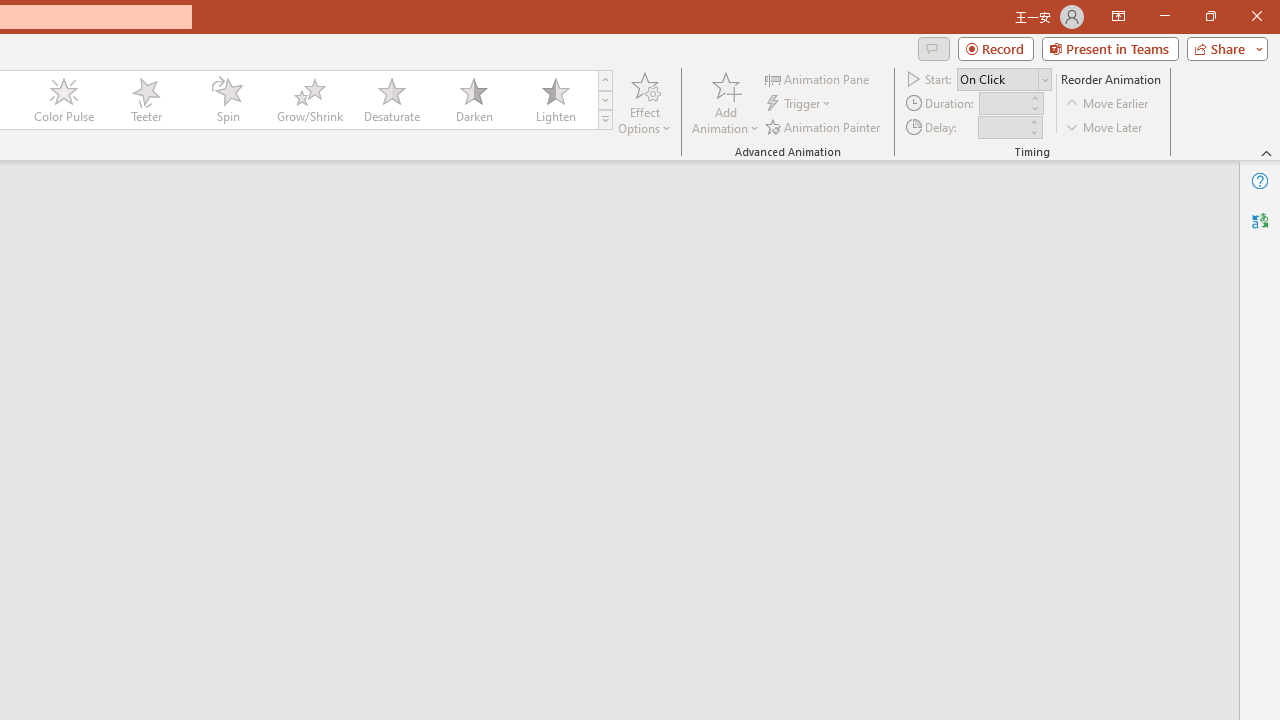 The image size is (1280, 720). Describe the element at coordinates (818, 78) in the screenshot. I see `'Animation Pane'` at that location.